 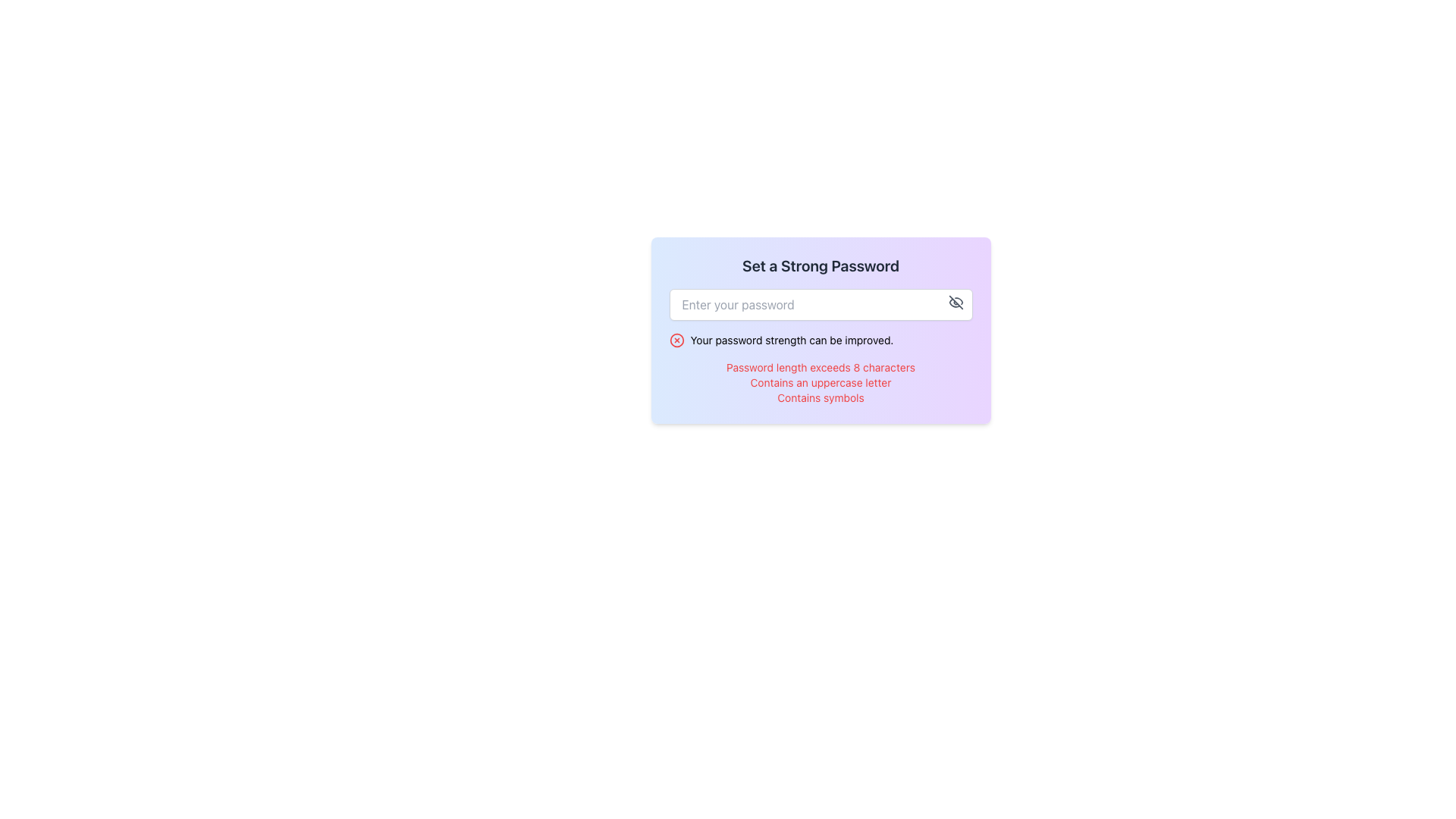 I want to click on the error or warning icon that indicates password strength issues, located to the left of the text 'Your password strength can be improved.', so click(x=676, y=339).